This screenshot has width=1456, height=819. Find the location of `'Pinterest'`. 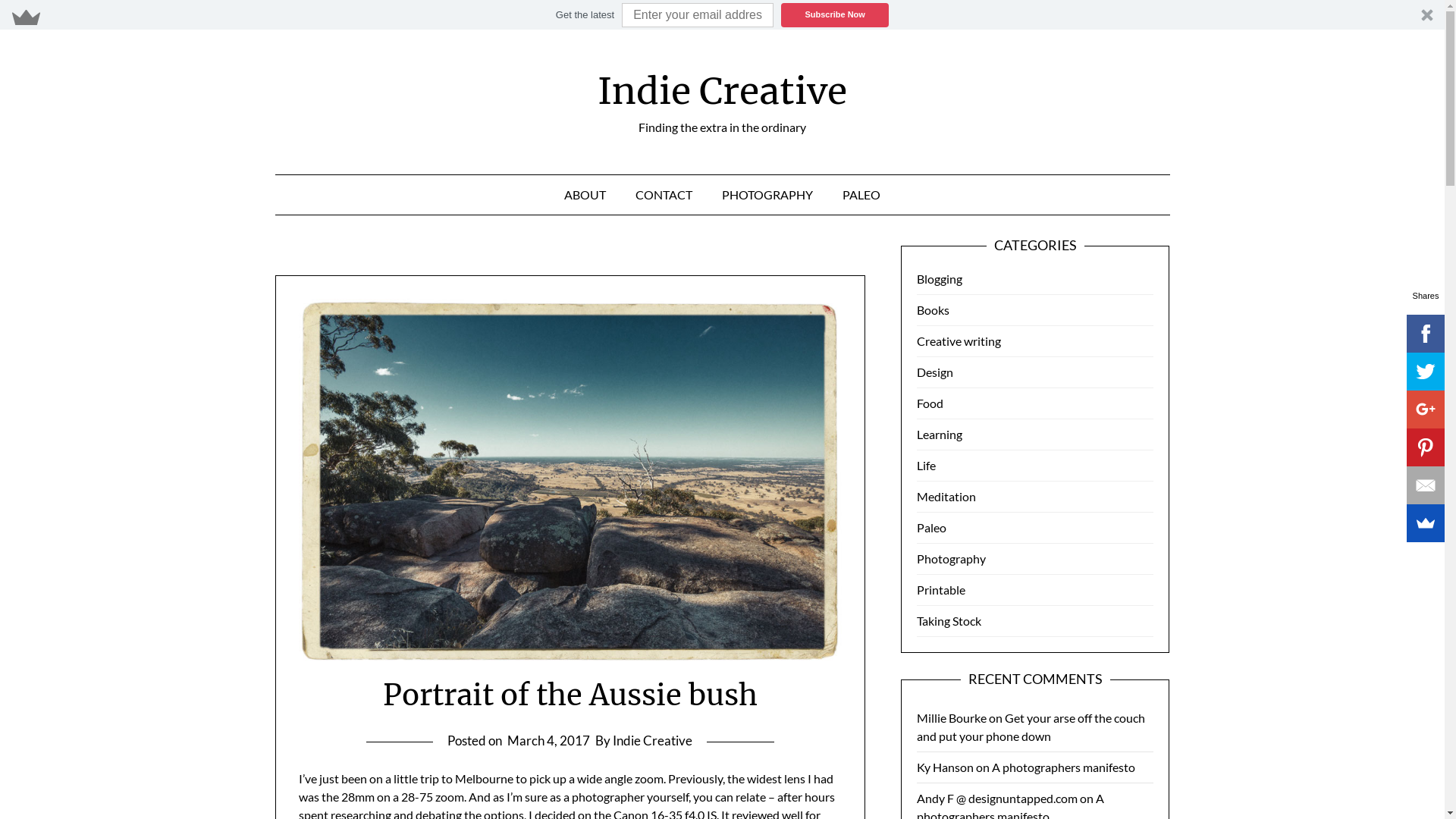

'Pinterest' is located at coordinates (1425, 447).